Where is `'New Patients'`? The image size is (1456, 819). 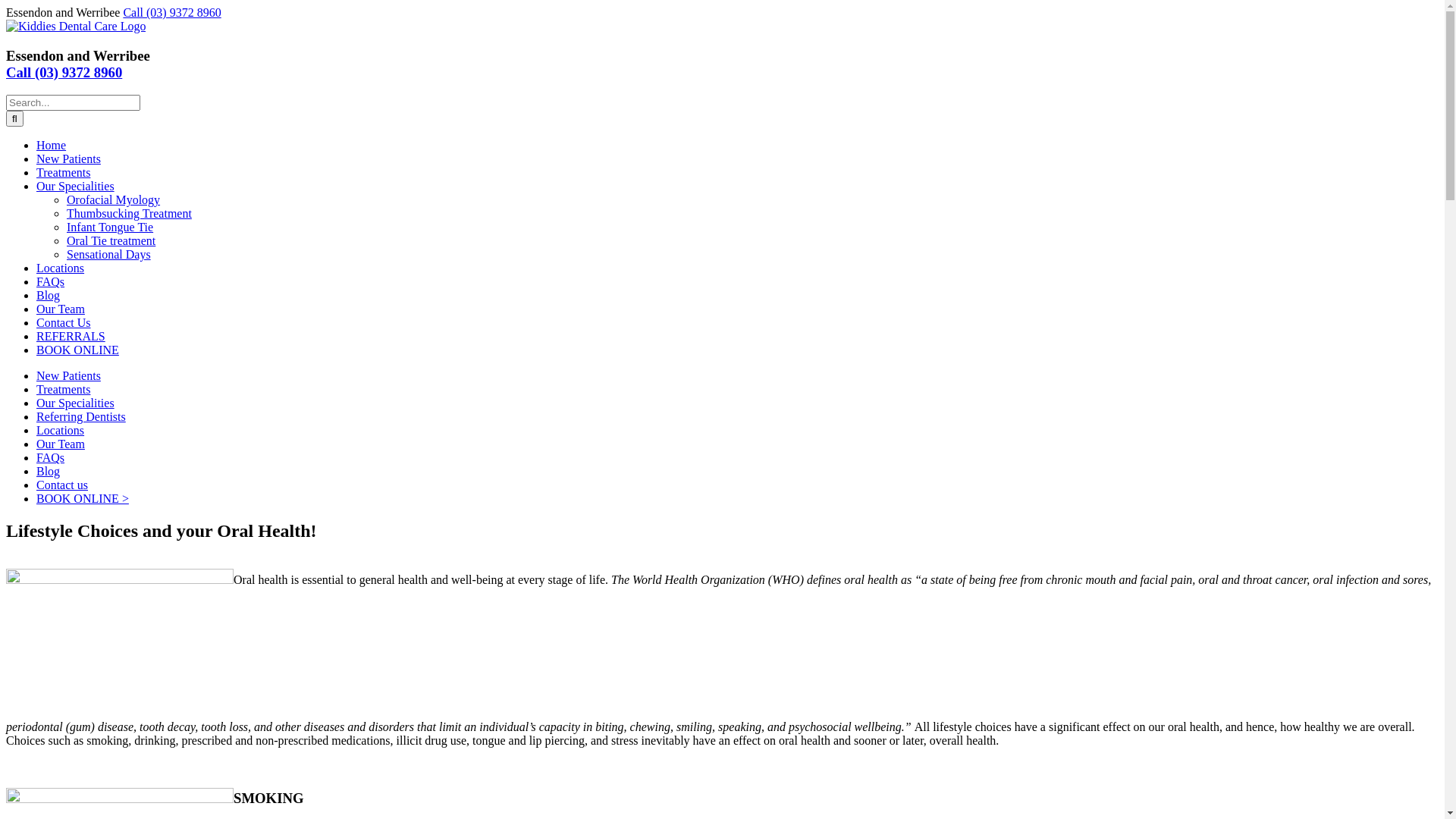
'New Patients' is located at coordinates (67, 375).